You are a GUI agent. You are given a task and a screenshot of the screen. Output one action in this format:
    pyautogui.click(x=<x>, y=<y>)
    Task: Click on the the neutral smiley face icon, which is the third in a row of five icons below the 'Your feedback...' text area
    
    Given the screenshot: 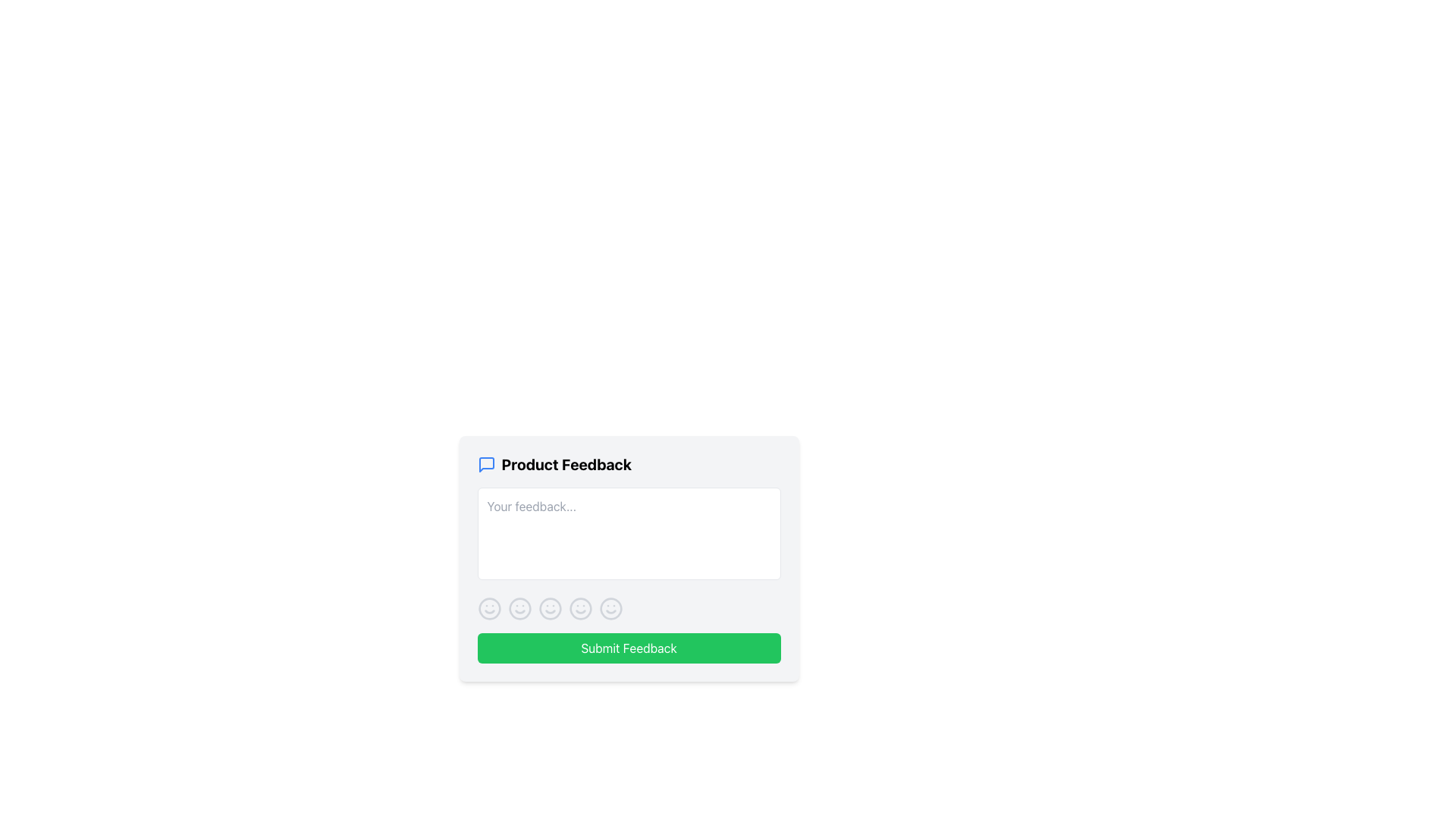 What is the action you would take?
    pyautogui.click(x=549, y=607)
    